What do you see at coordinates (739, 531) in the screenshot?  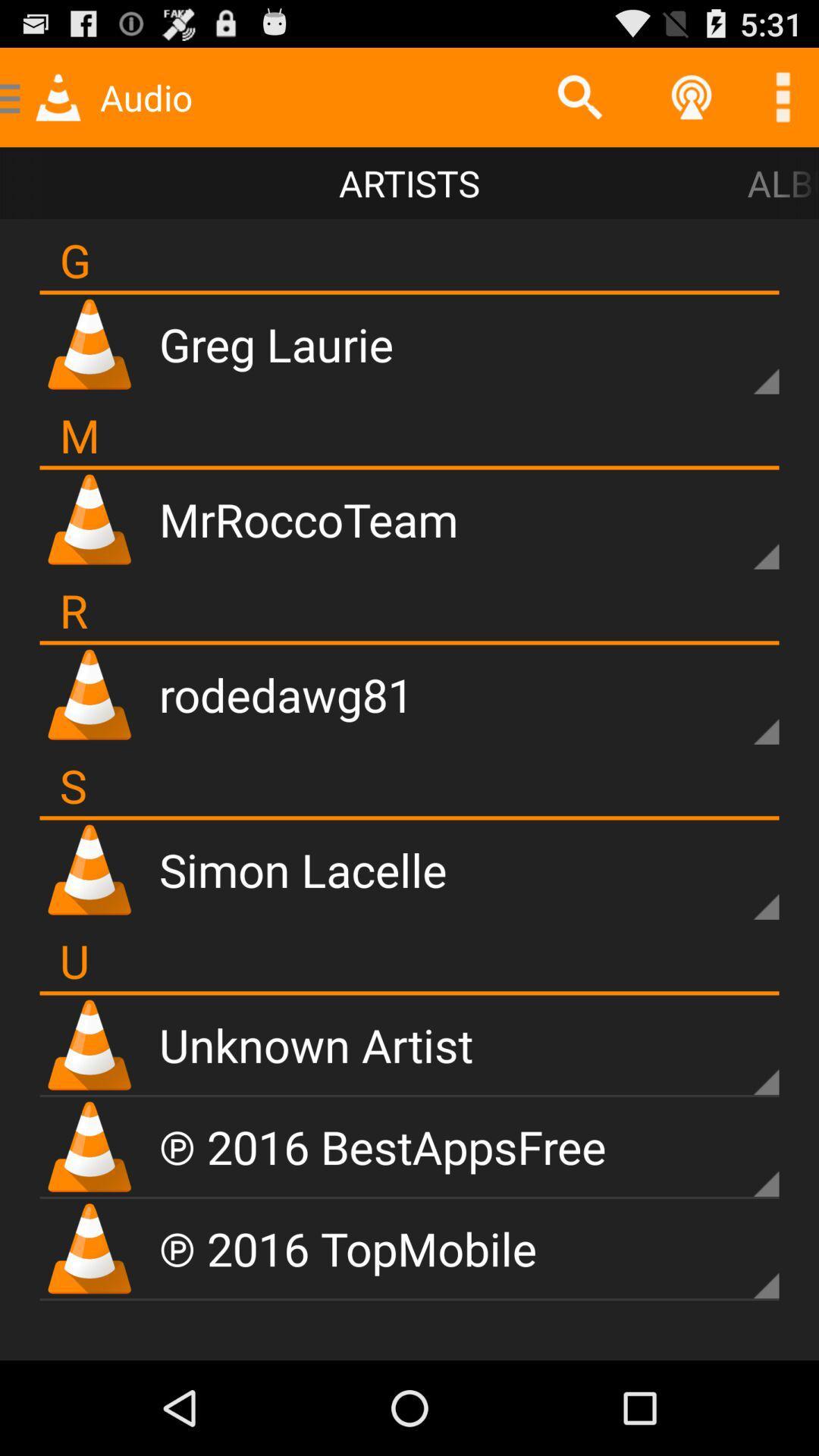 I see `expands mrroccoteam playlist` at bounding box center [739, 531].